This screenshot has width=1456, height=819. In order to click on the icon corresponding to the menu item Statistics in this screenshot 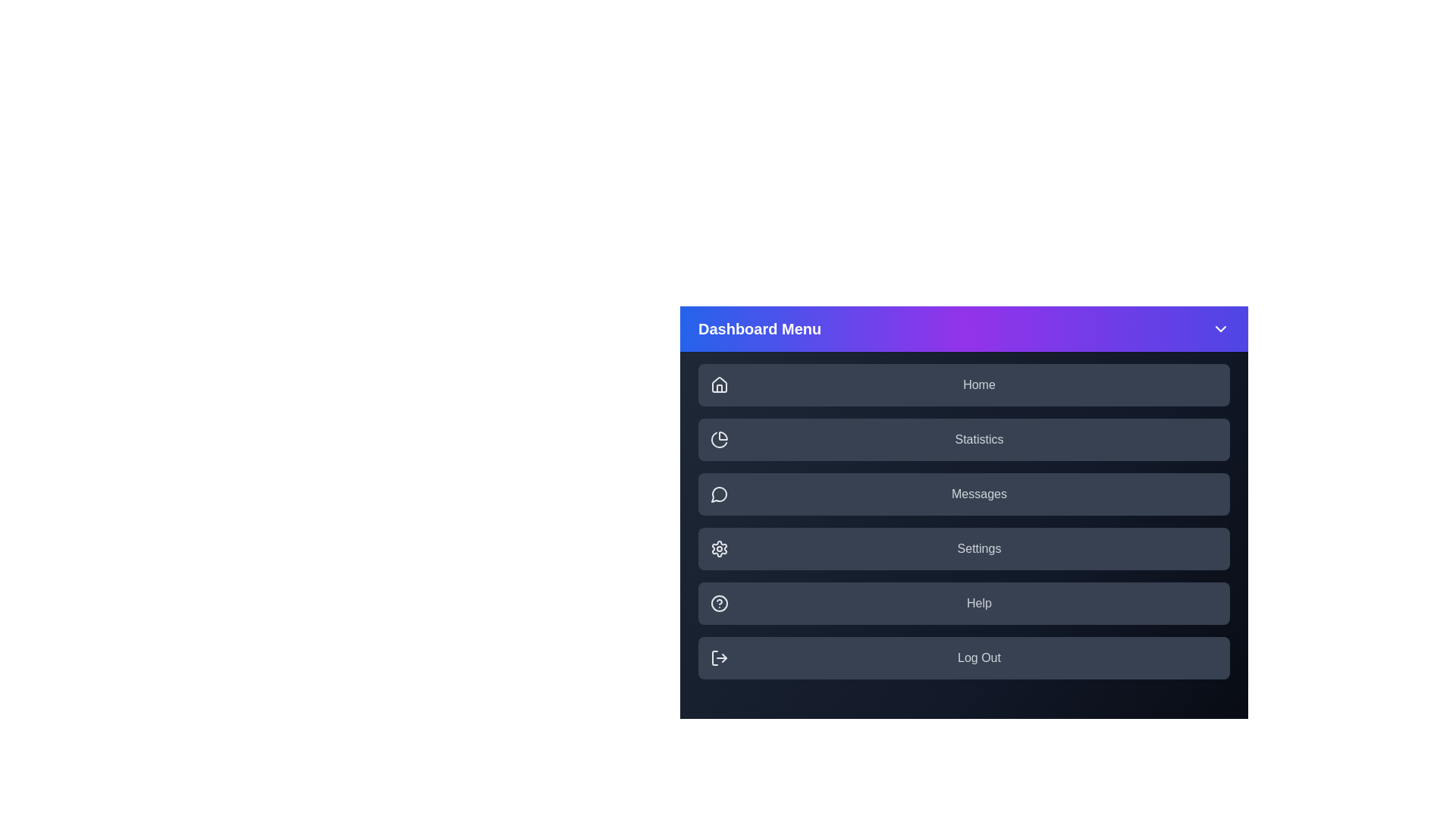, I will do `click(719, 439)`.